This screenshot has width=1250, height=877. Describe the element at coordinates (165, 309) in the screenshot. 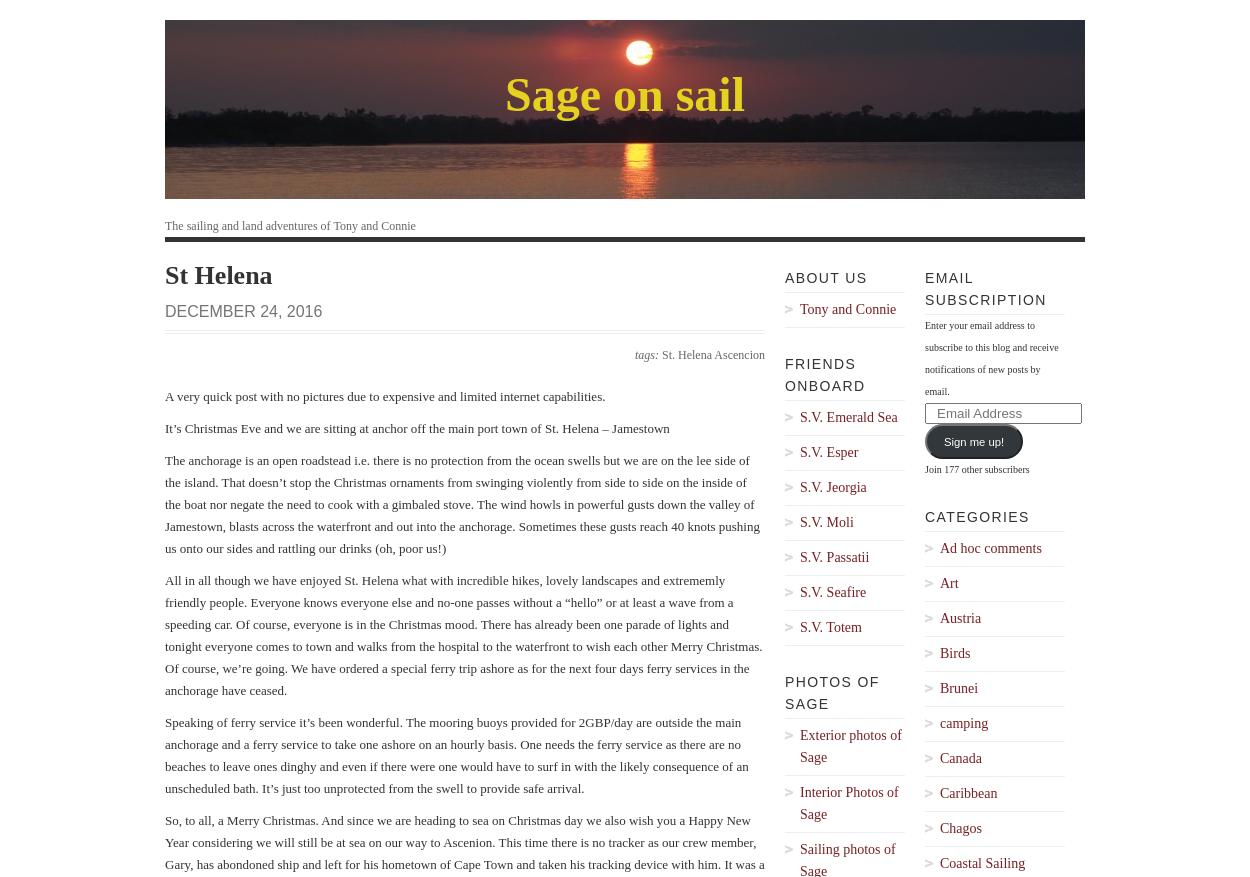

I see `'December 24, 2016'` at that location.